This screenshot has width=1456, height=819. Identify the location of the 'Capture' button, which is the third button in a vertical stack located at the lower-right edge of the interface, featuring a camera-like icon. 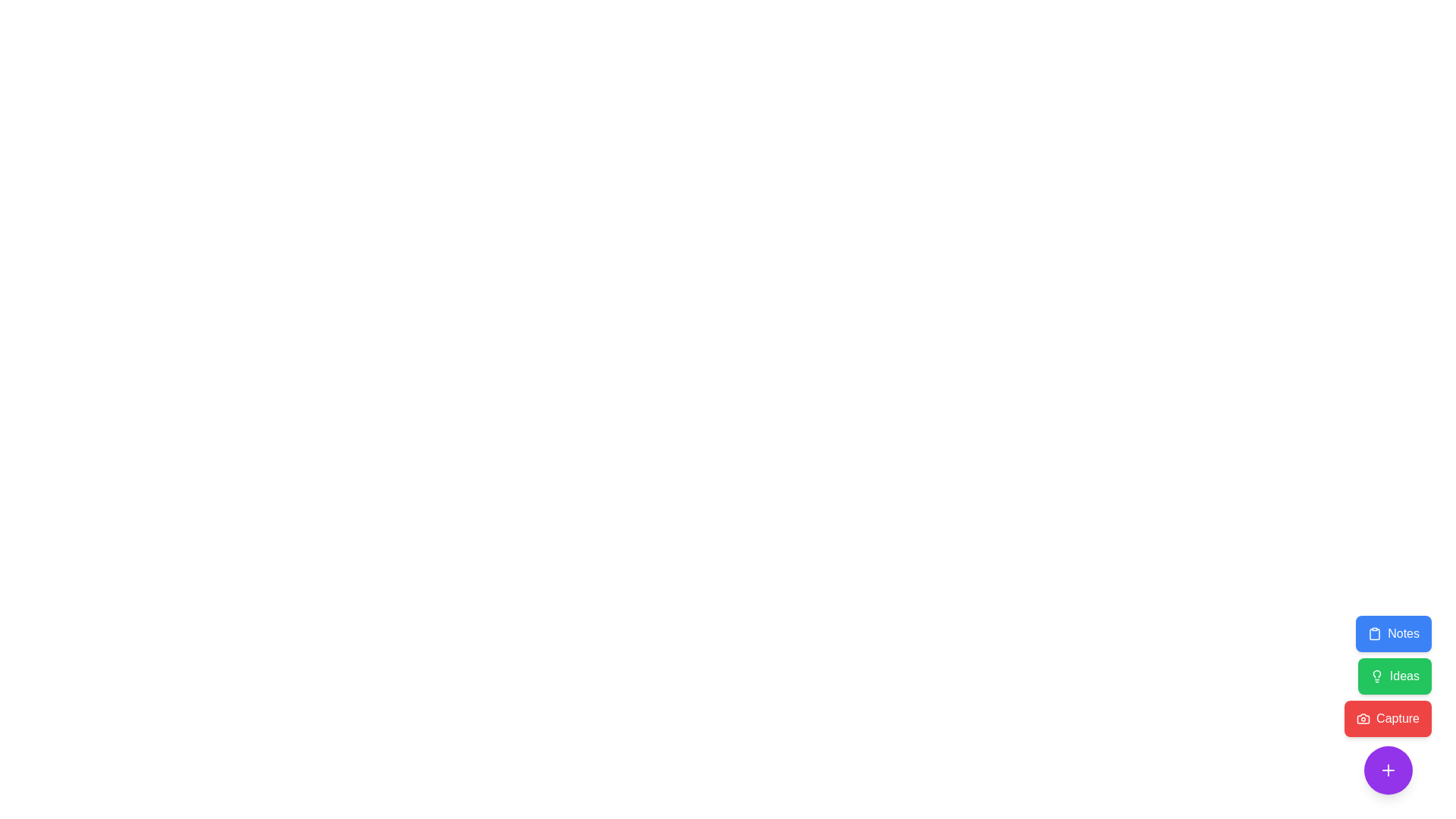
(1363, 718).